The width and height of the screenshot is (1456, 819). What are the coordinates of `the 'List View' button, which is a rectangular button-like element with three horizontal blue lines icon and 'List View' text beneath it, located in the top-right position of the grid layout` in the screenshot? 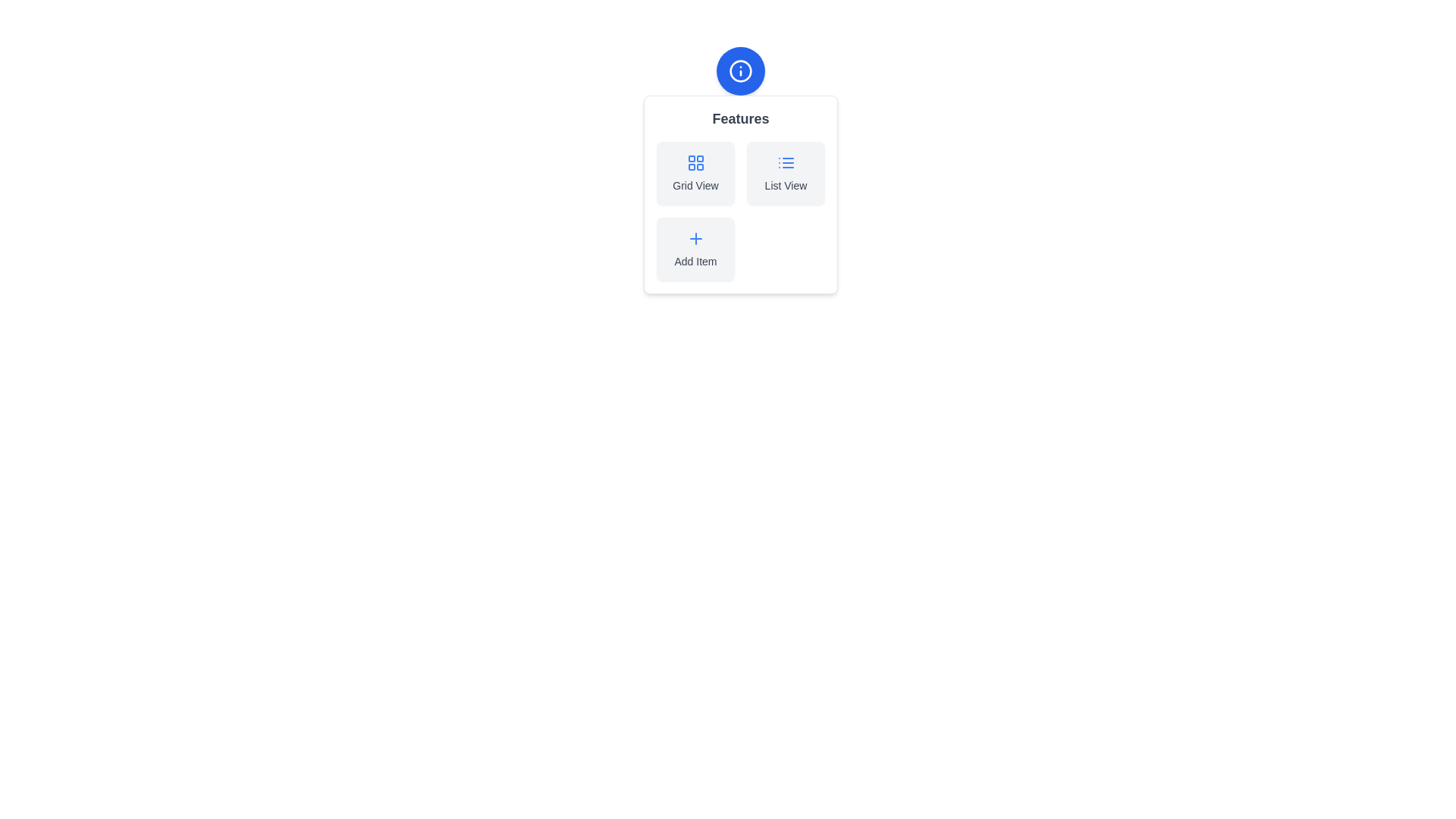 It's located at (786, 172).